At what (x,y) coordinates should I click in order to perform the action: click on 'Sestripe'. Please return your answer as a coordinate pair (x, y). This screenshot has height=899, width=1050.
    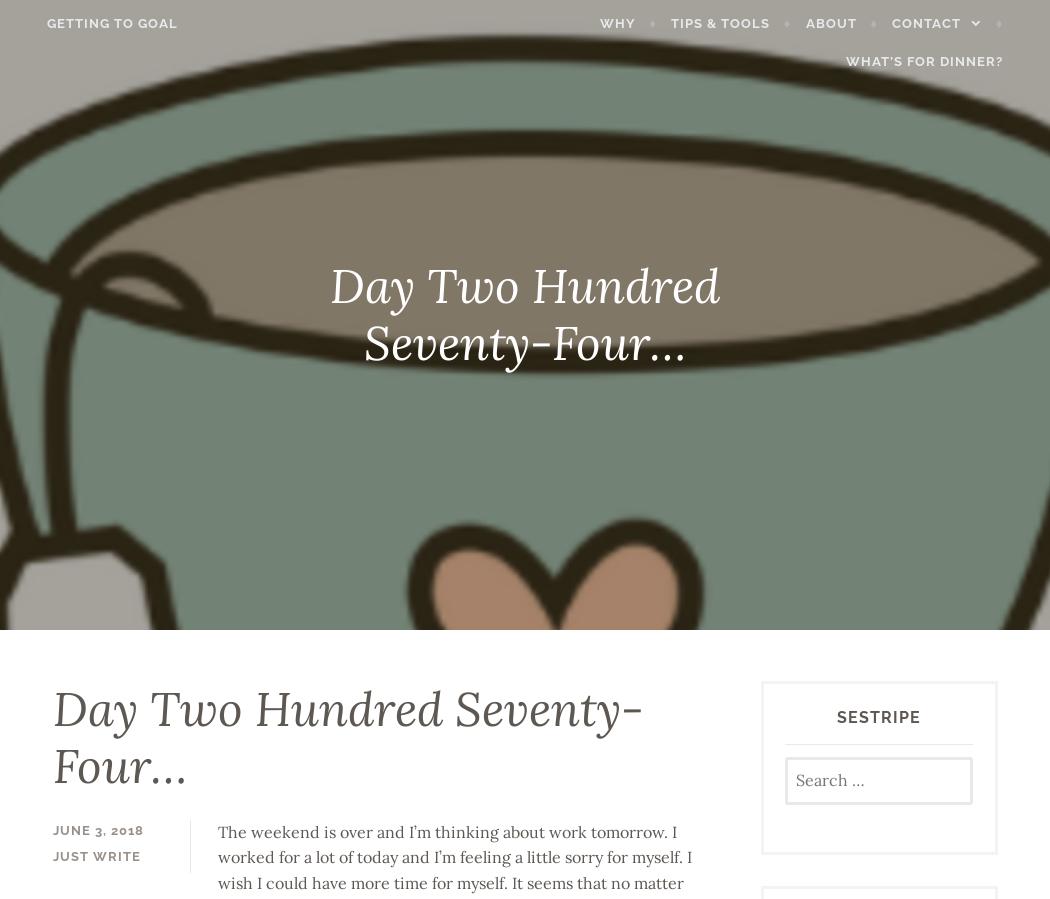
    Looking at the image, I should click on (877, 716).